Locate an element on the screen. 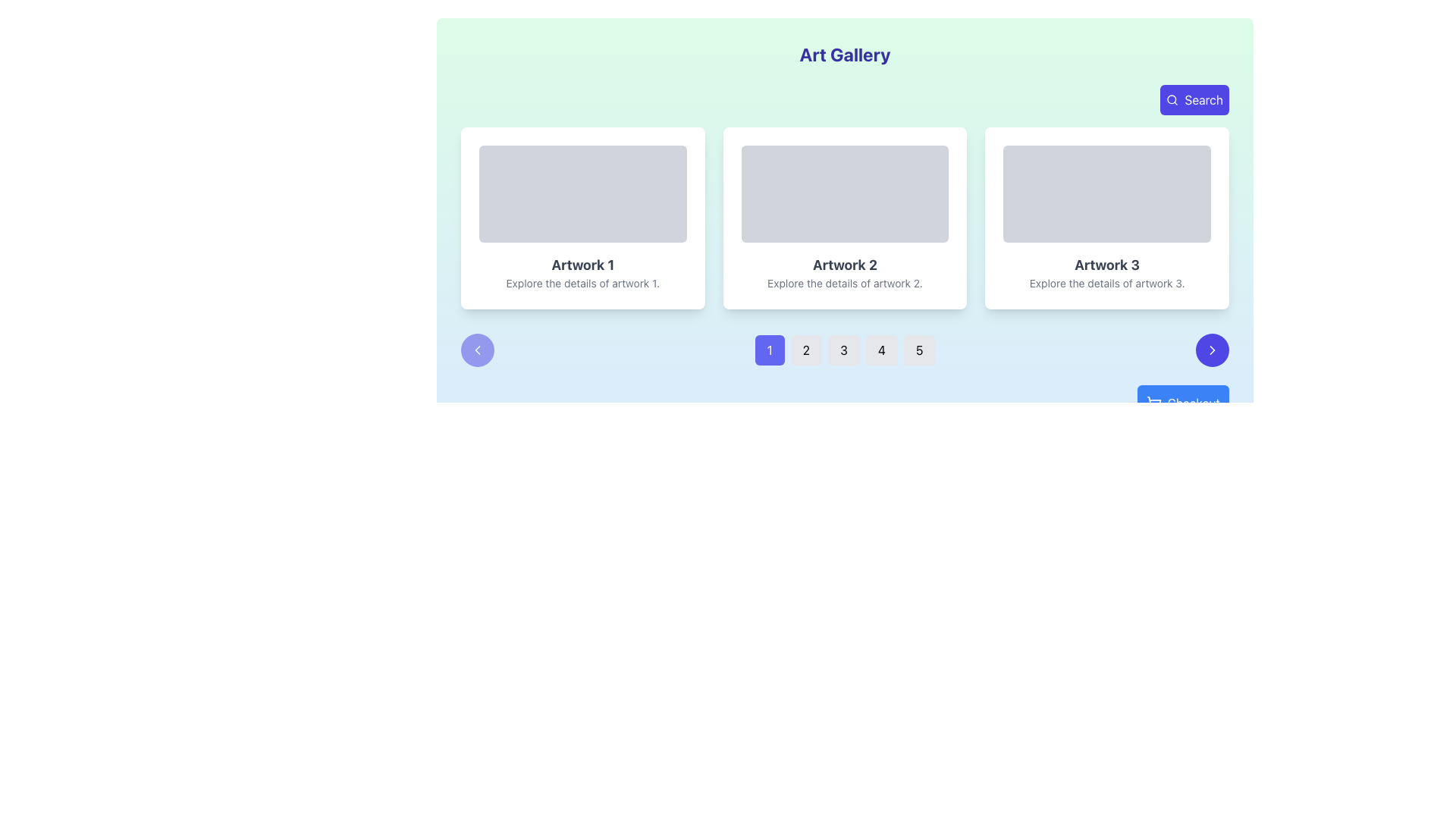 The height and width of the screenshot is (819, 1456). the circular button with a leftward-pointing arrow in the pagination section is located at coordinates (476, 350).